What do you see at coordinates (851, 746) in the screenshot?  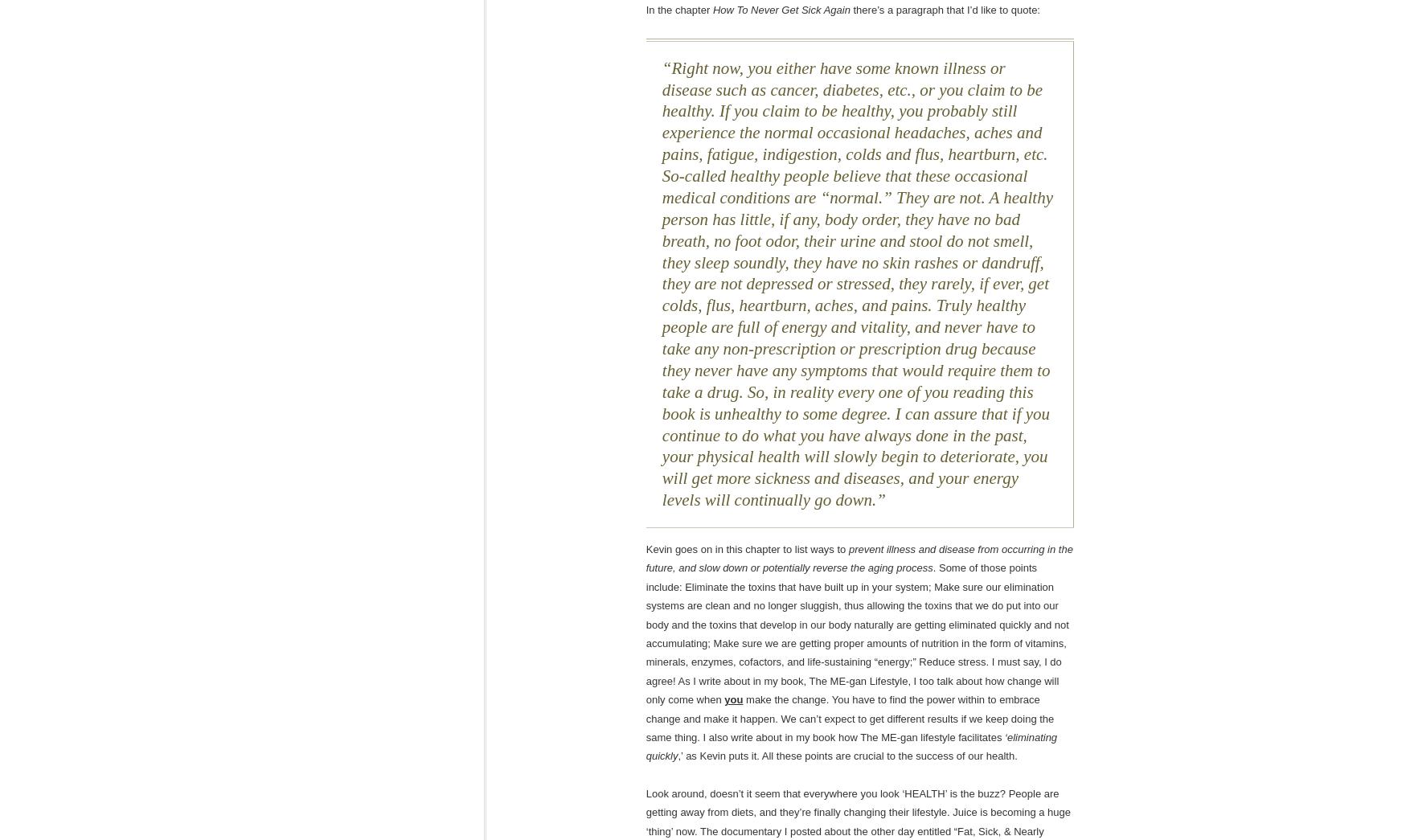 I see `'‘eliminating quickly'` at bounding box center [851, 746].